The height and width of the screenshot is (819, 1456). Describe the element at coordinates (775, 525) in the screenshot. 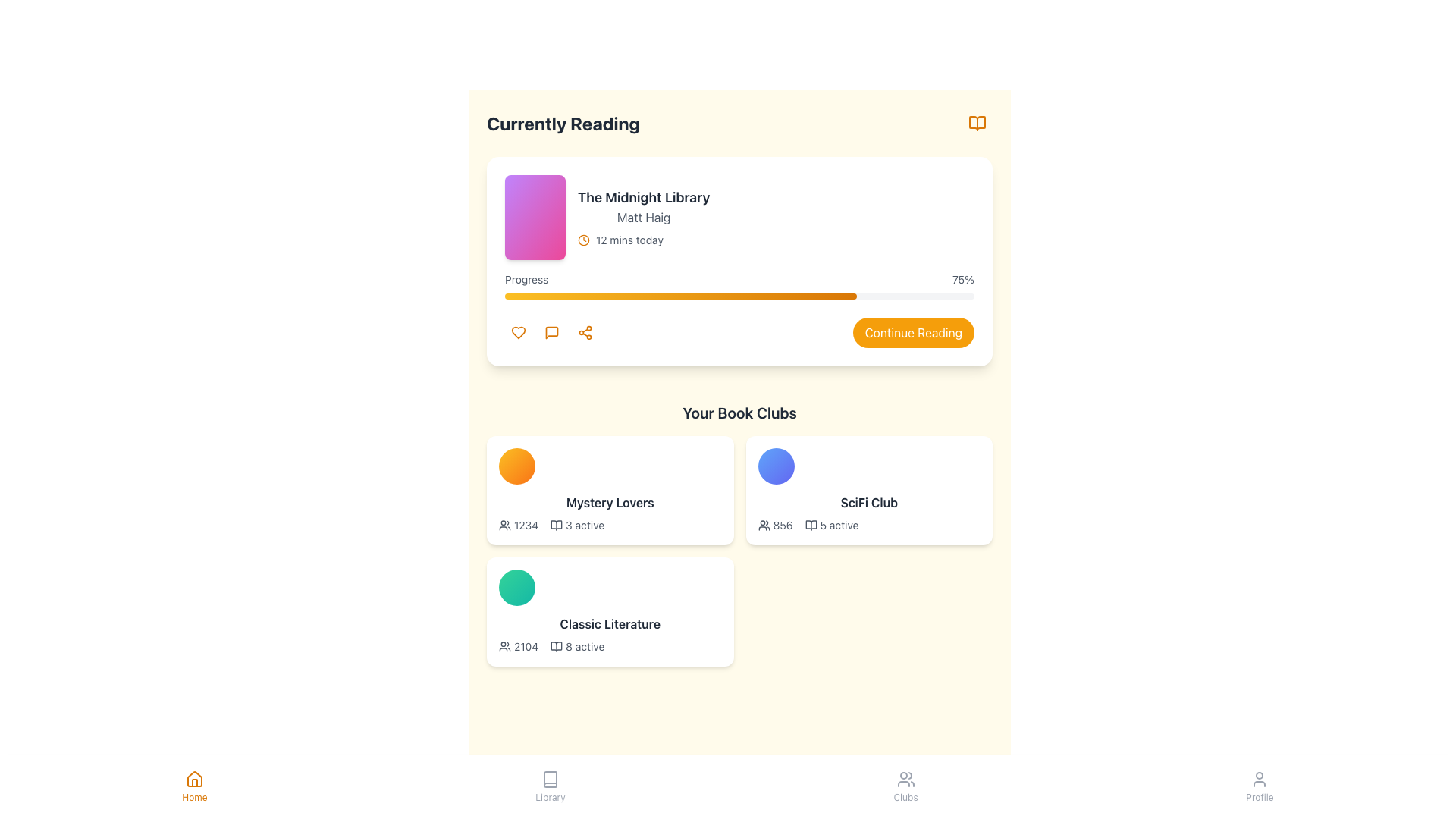

I see `the number indicator icon displaying the member count in the 'SciFi Club' card within the 'Your Book Clubs' section for additional details` at that location.